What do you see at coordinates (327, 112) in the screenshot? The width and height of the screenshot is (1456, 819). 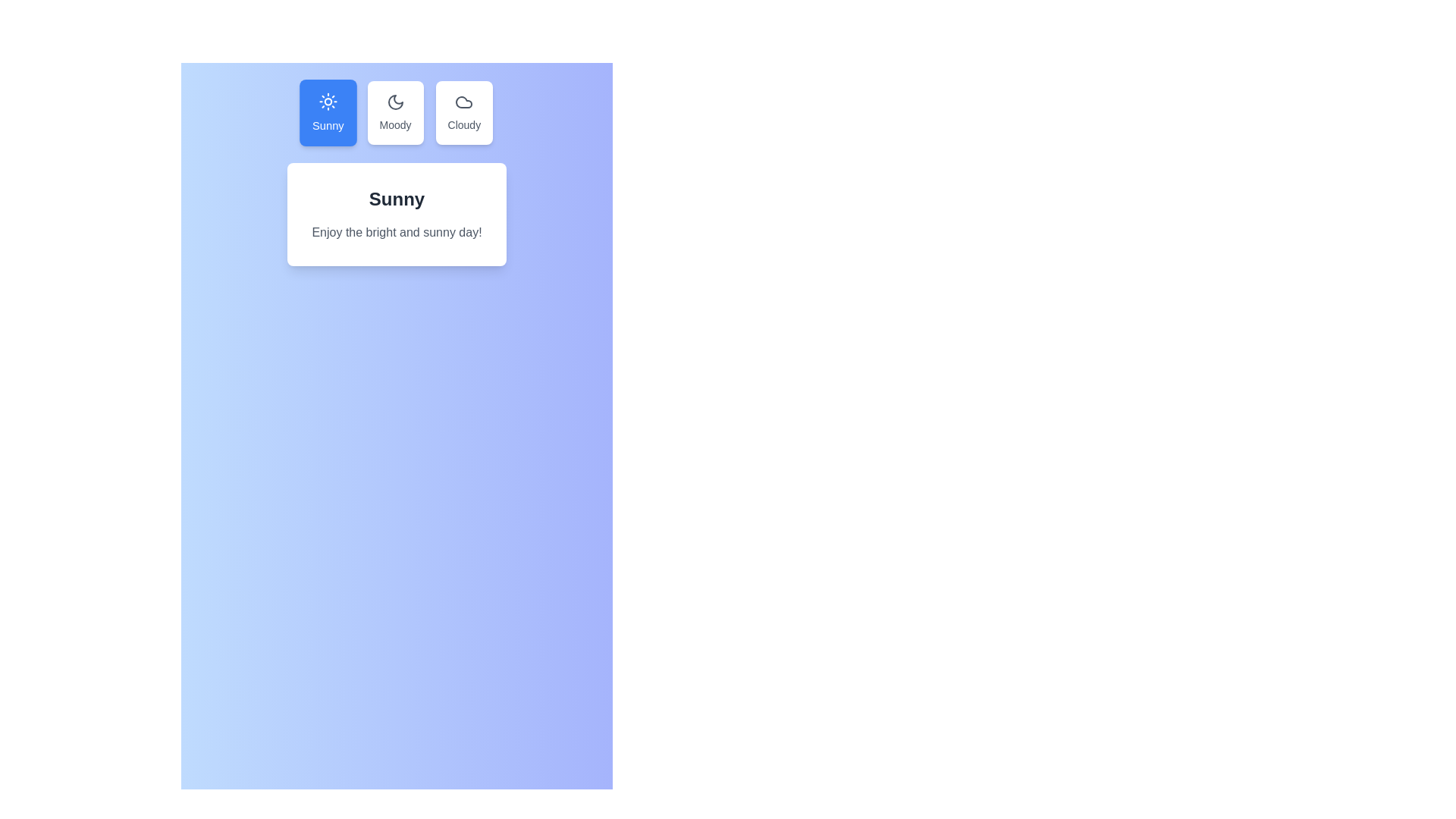 I see `the Sunny tab in the WeatherTabs component` at bounding box center [327, 112].